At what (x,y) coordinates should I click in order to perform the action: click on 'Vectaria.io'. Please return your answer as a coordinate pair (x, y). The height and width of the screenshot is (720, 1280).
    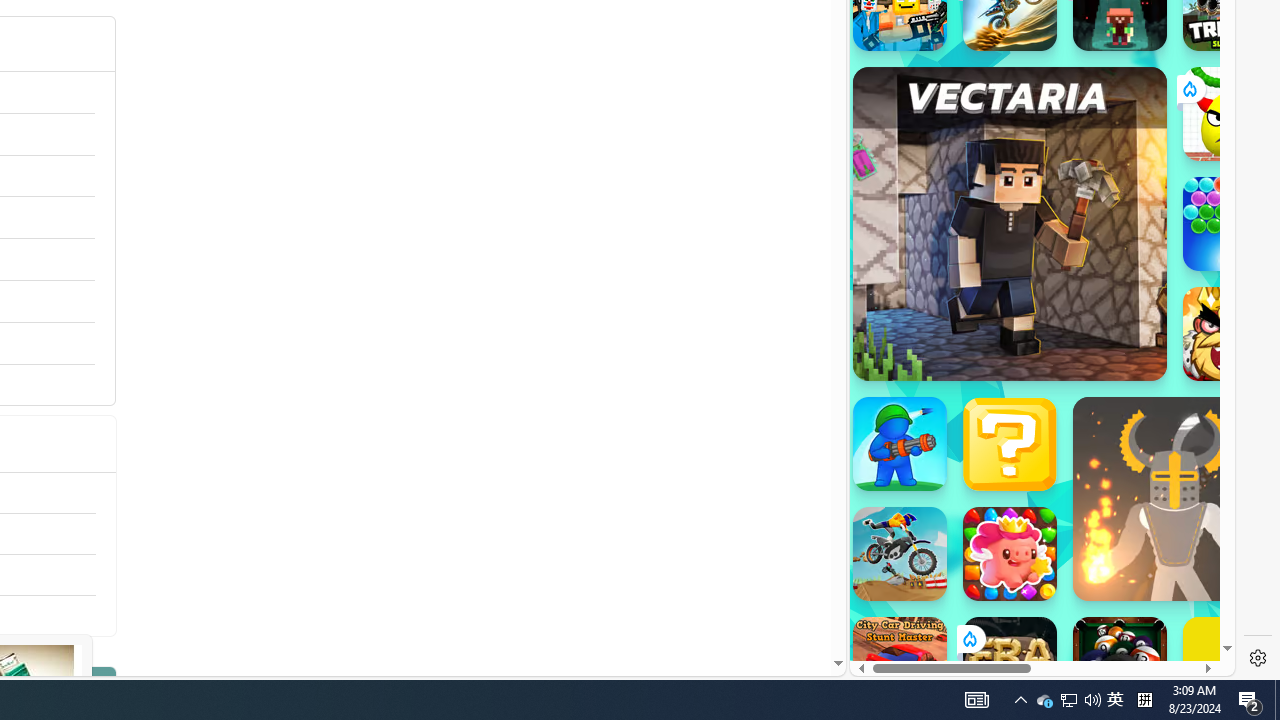
    Looking at the image, I should click on (1009, 223).